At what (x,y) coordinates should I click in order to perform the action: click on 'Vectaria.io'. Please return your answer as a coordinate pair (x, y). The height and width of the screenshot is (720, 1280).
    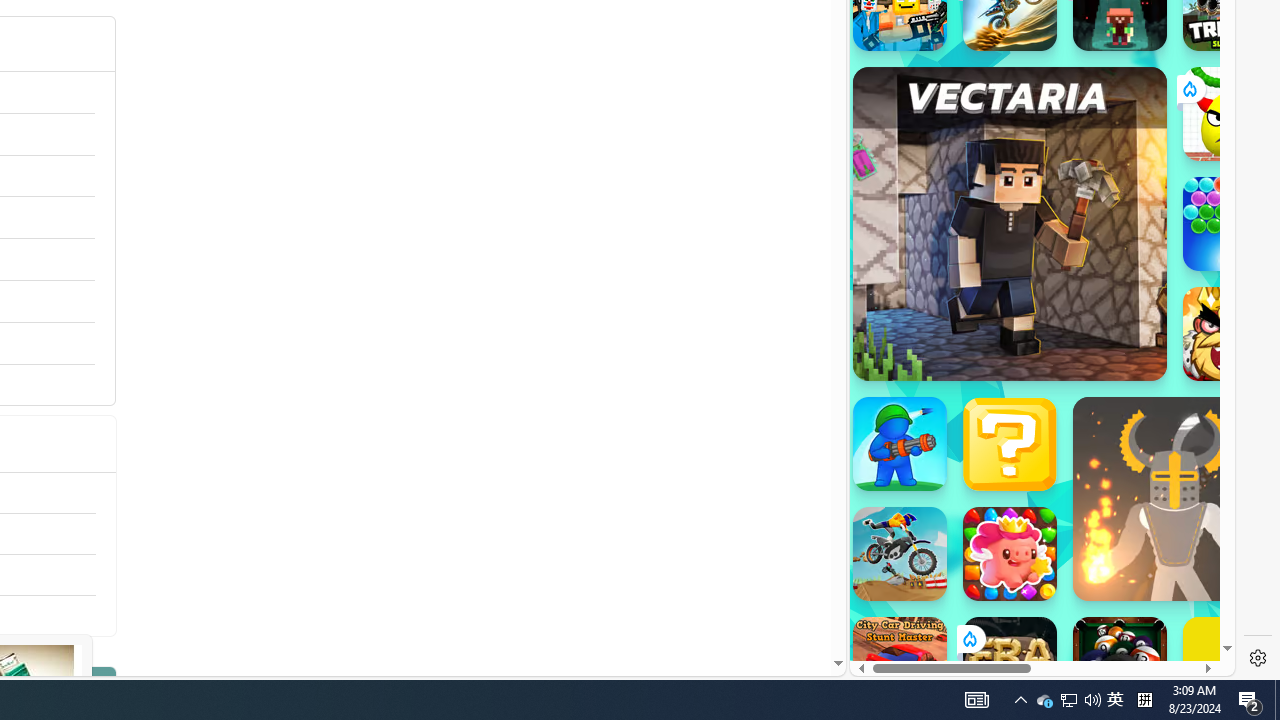
    Looking at the image, I should click on (1009, 223).